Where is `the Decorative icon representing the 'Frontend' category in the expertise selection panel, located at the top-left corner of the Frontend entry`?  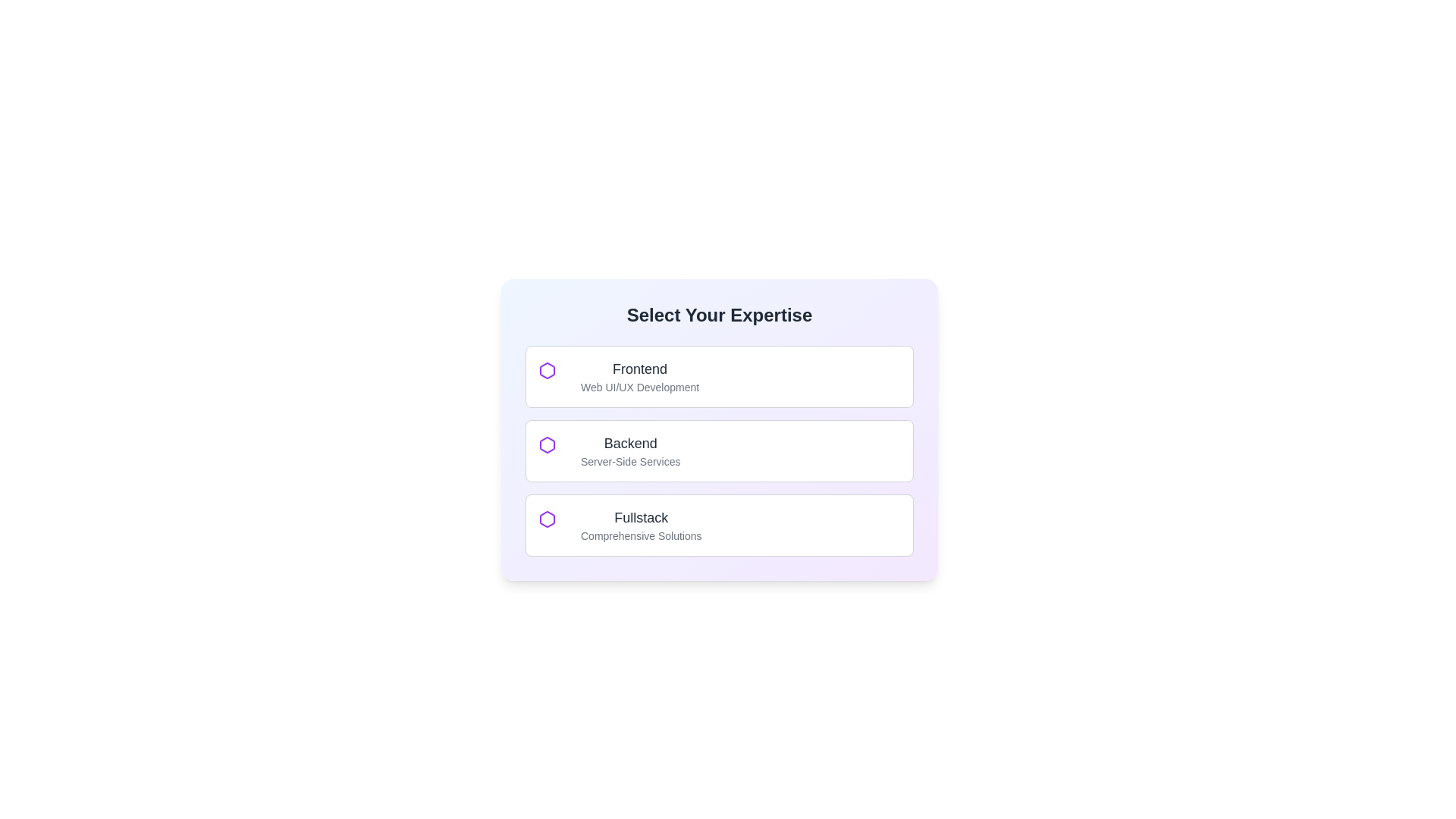
the Decorative icon representing the 'Frontend' category in the expertise selection panel, located at the top-left corner of the Frontend entry is located at coordinates (552, 376).